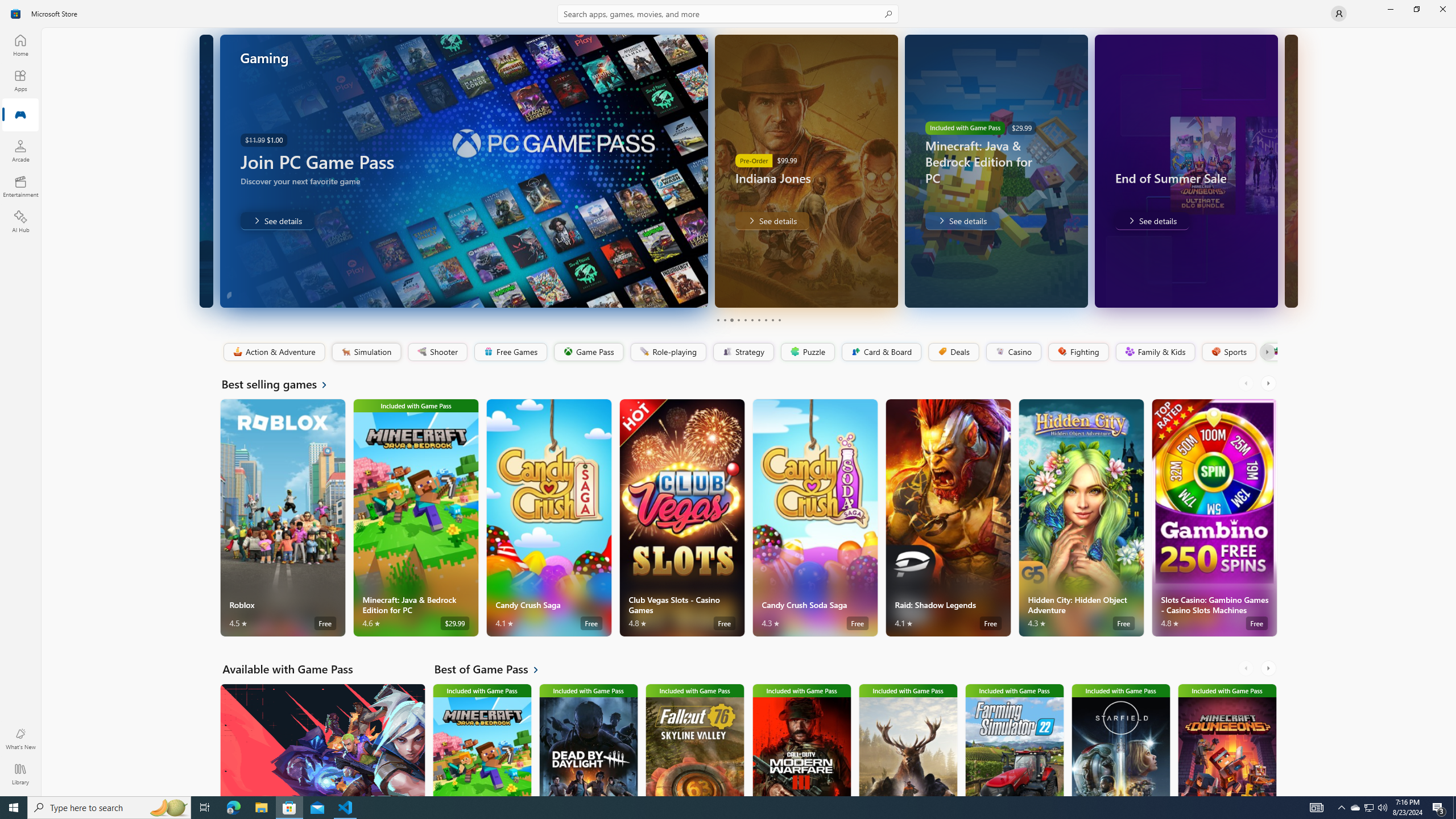 Image resolution: width=1456 pixels, height=819 pixels. I want to click on 'Casino', so click(1013, 351).